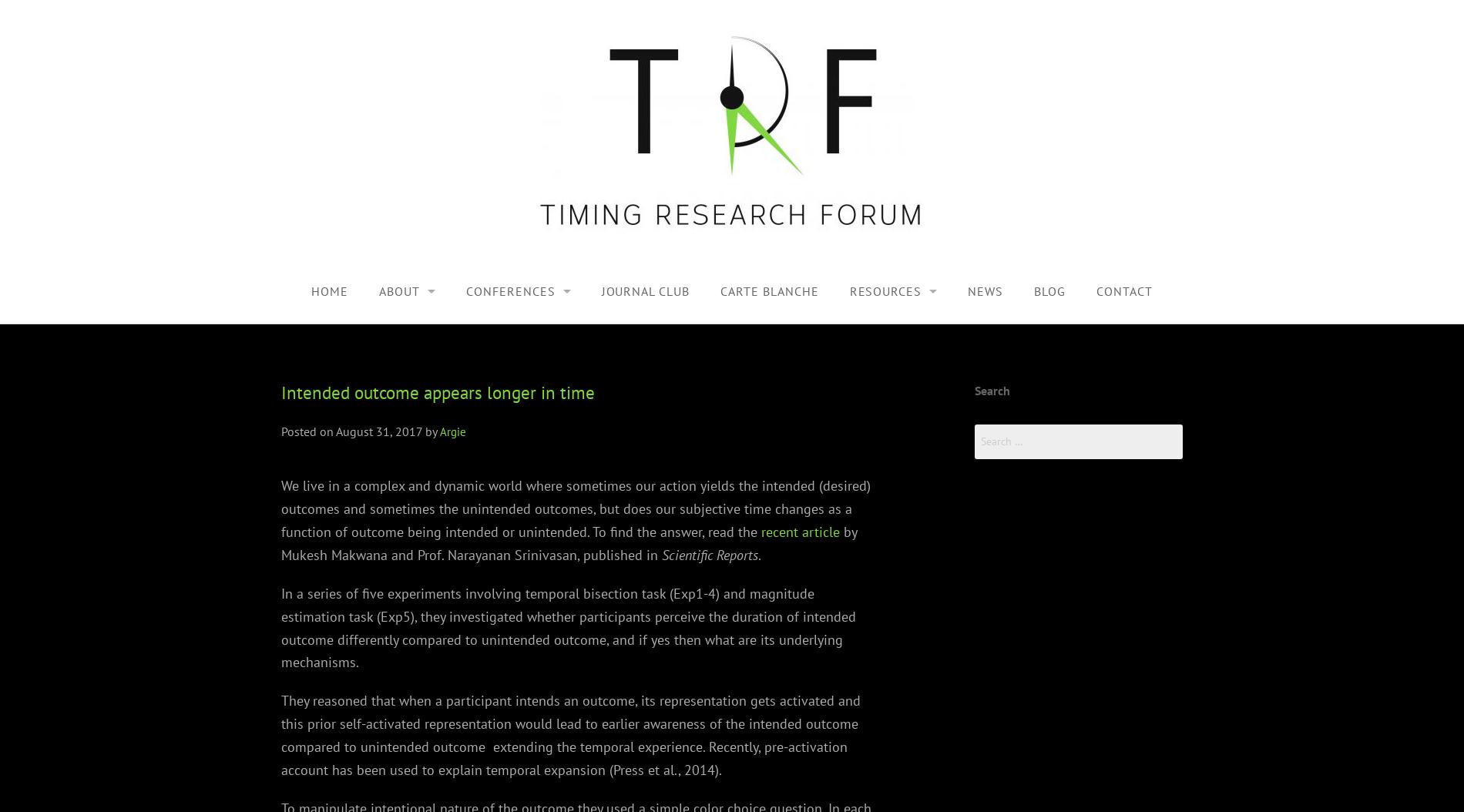 This screenshot has height=812, width=1464. Describe the element at coordinates (776, 400) in the screenshot. I see `'PhD theses'` at that location.